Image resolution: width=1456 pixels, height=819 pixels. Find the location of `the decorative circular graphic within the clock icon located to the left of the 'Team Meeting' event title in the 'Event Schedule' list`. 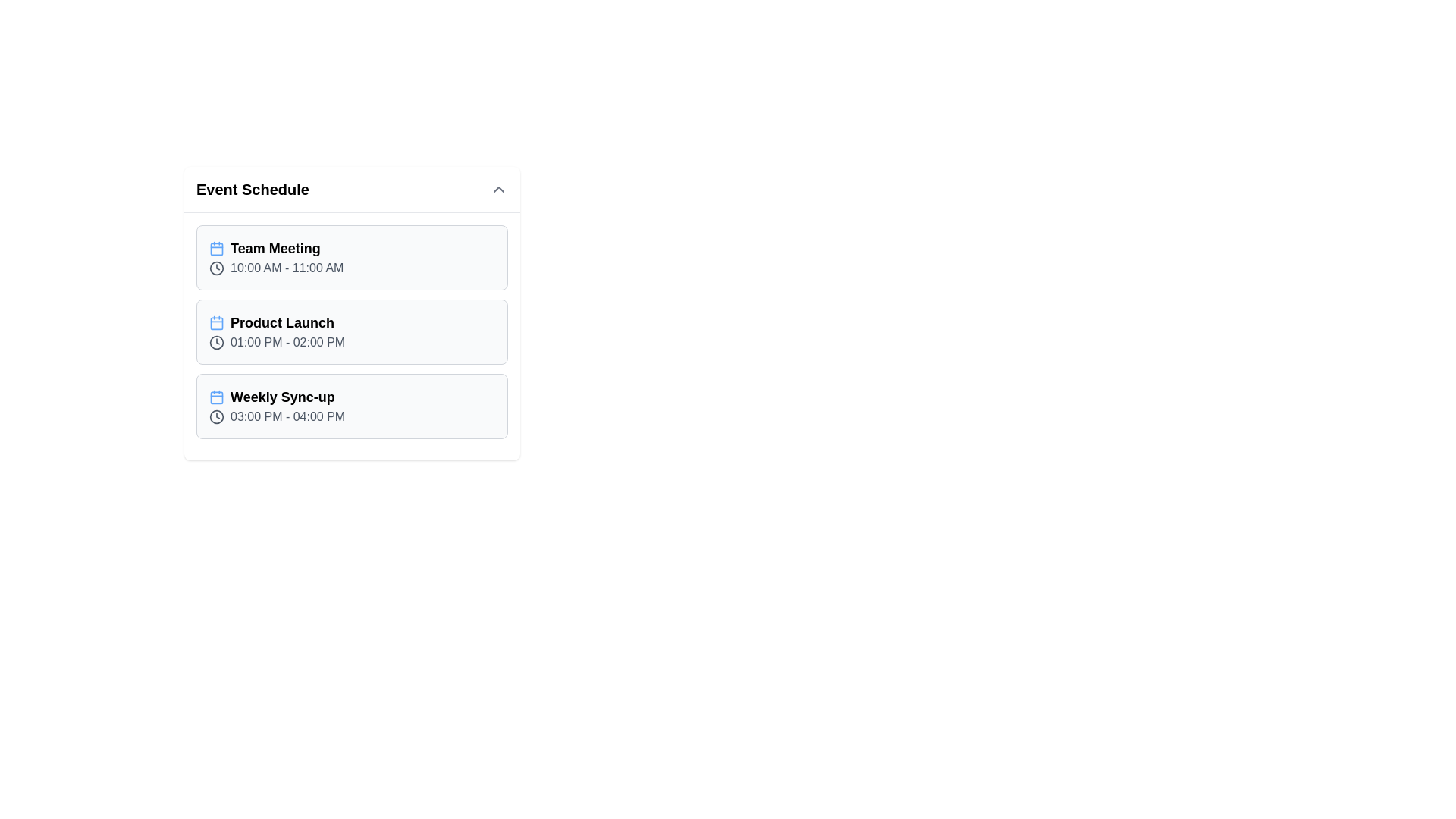

the decorative circular graphic within the clock icon located to the left of the 'Team Meeting' event title in the 'Event Schedule' list is located at coordinates (216, 268).